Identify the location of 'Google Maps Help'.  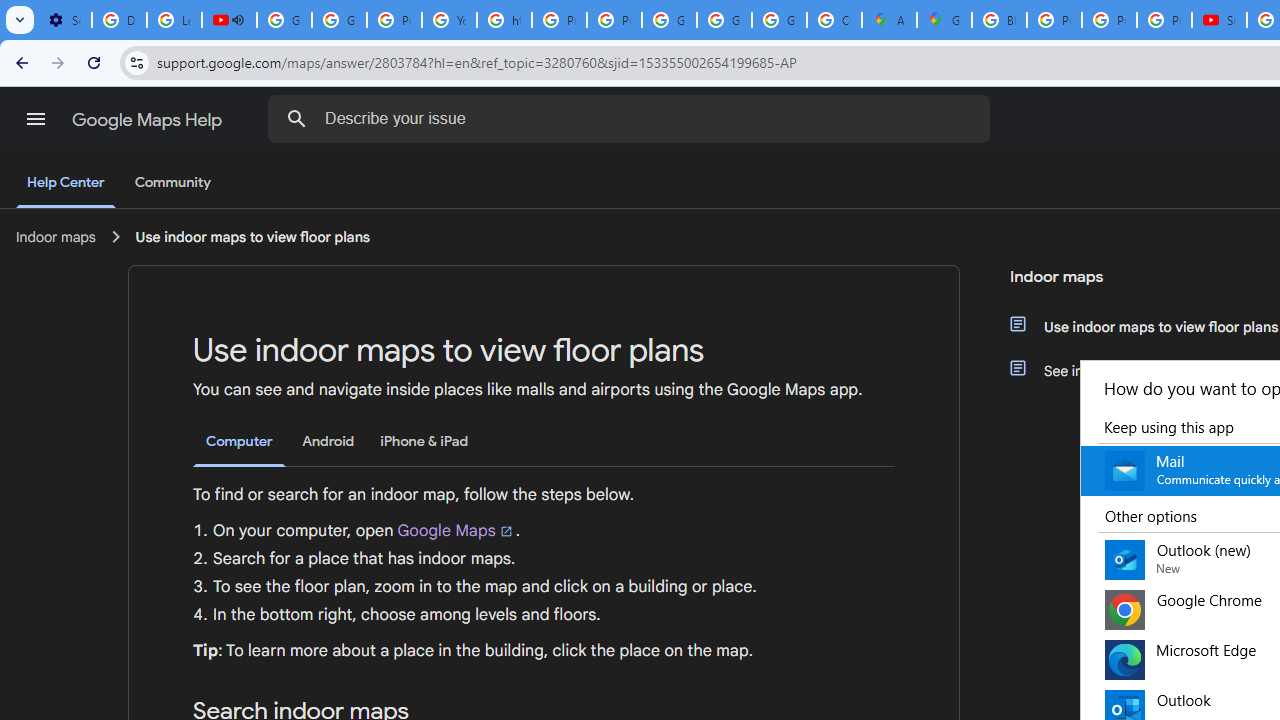
(148, 119).